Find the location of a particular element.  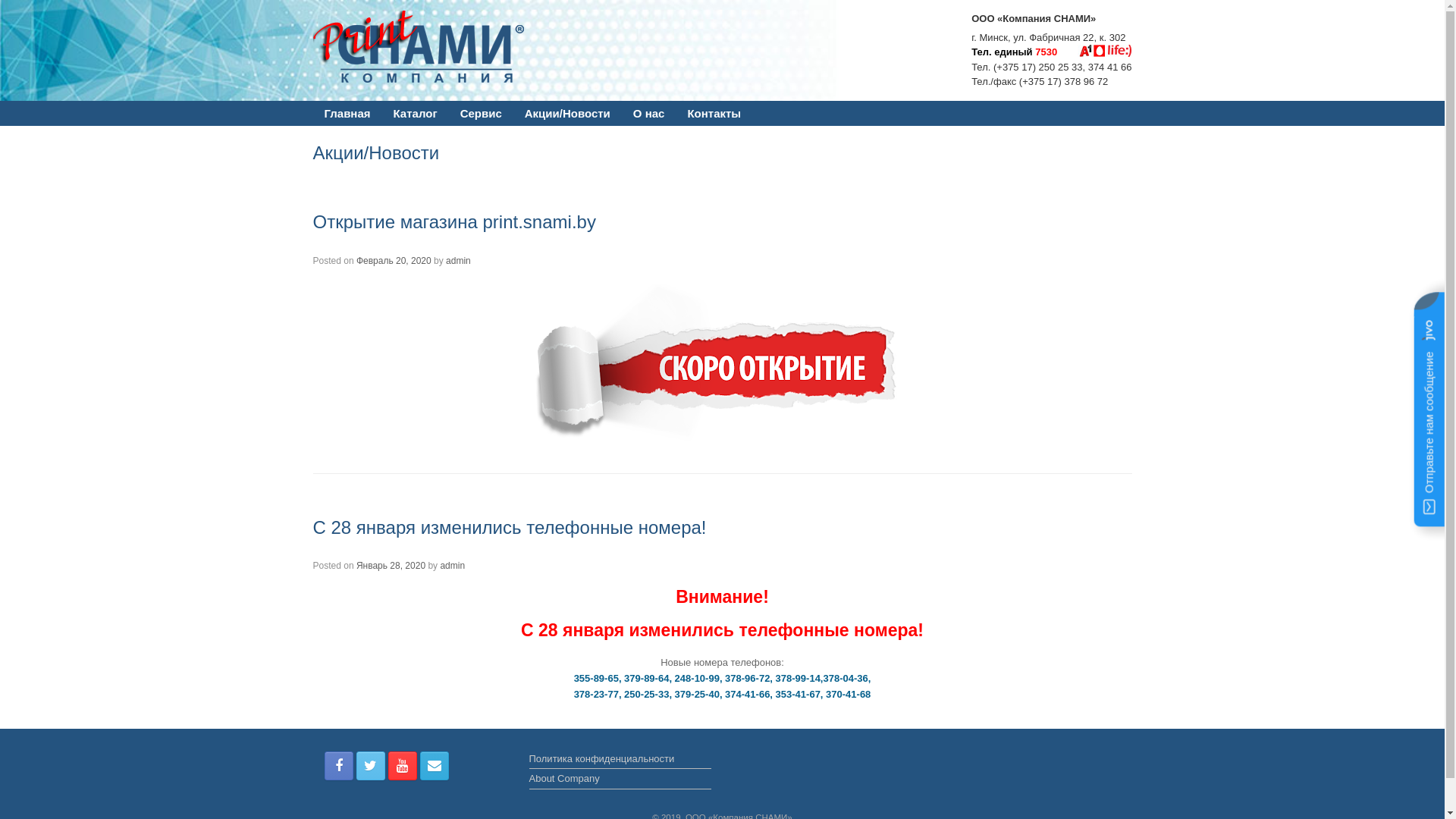

'About Company' is located at coordinates (620, 780).